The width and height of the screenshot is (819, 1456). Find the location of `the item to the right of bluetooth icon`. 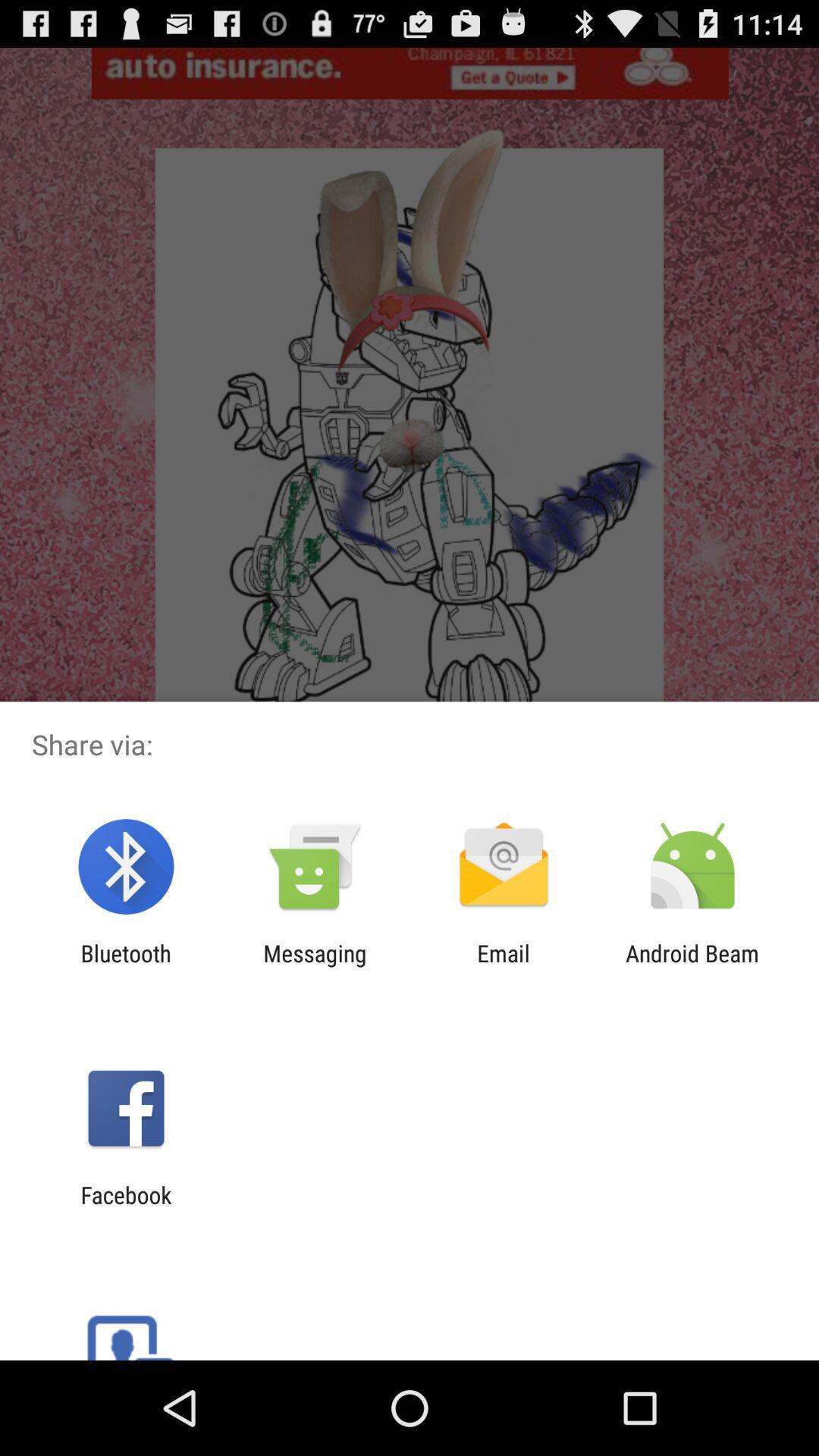

the item to the right of bluetooth icon is located at coordinates (314, 966).